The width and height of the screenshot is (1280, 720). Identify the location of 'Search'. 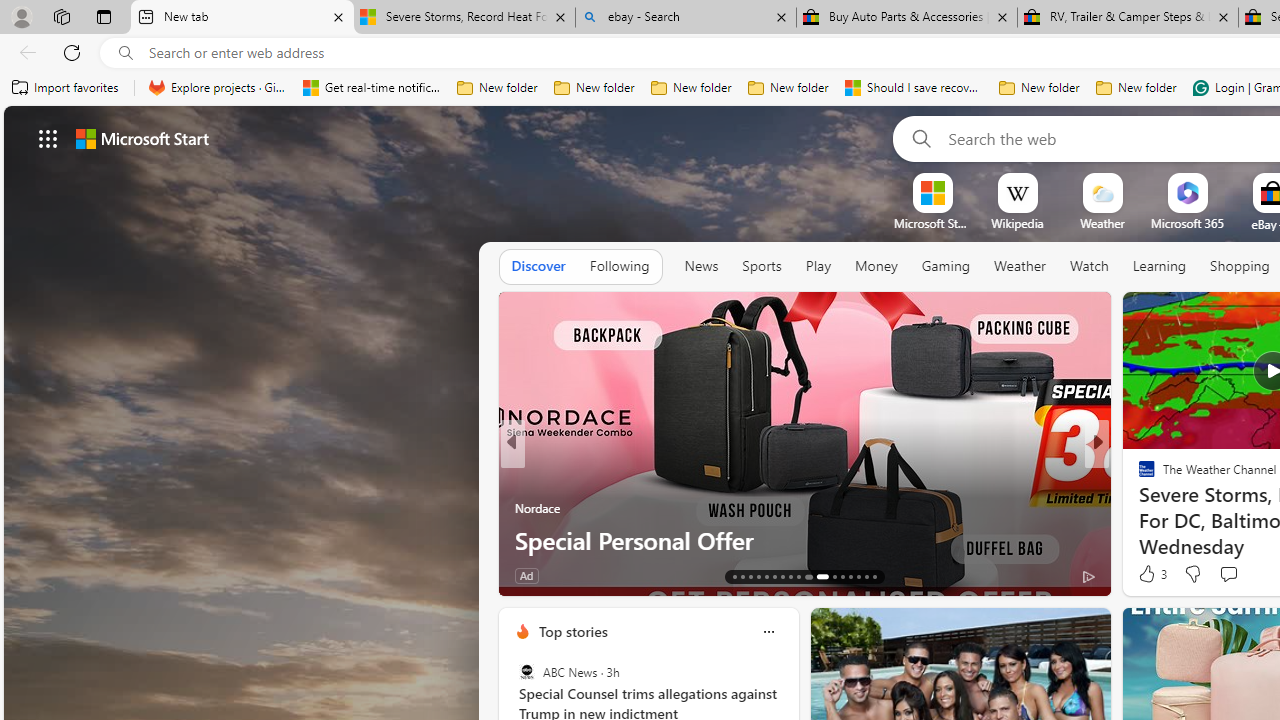
(916, 137).